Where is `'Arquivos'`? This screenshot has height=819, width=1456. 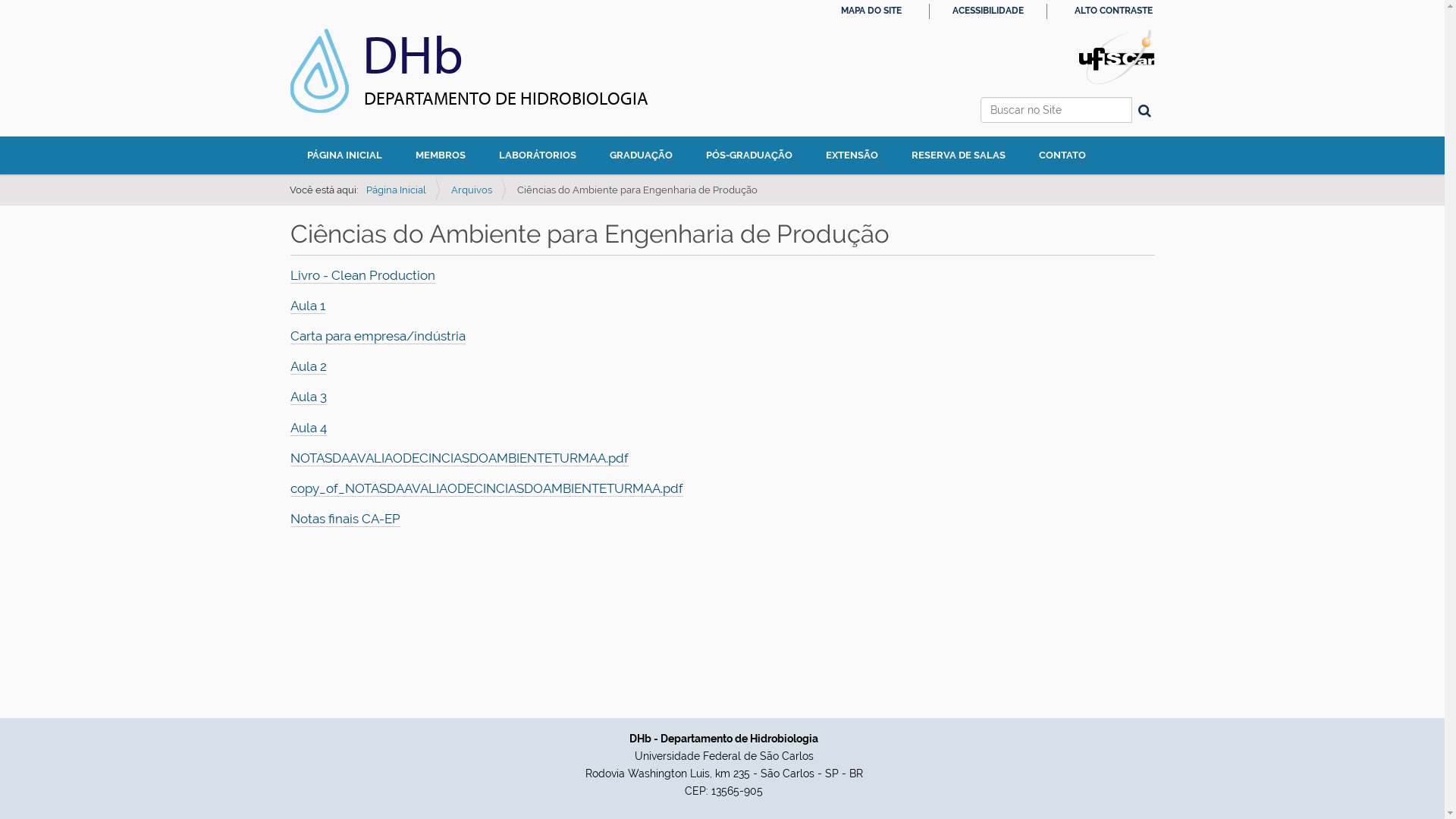 'Arquivos' is located at coordinates (469, 189).